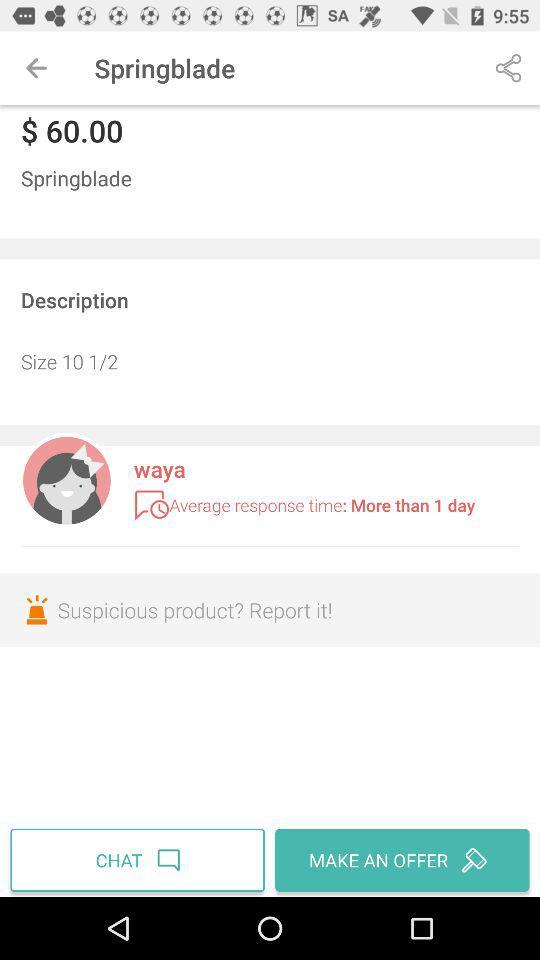 This screenshot has height=960, width=540. Describe the element at coordinates (399, 859) in the screenshot. I see `the icon to the right of the chat` at that location.